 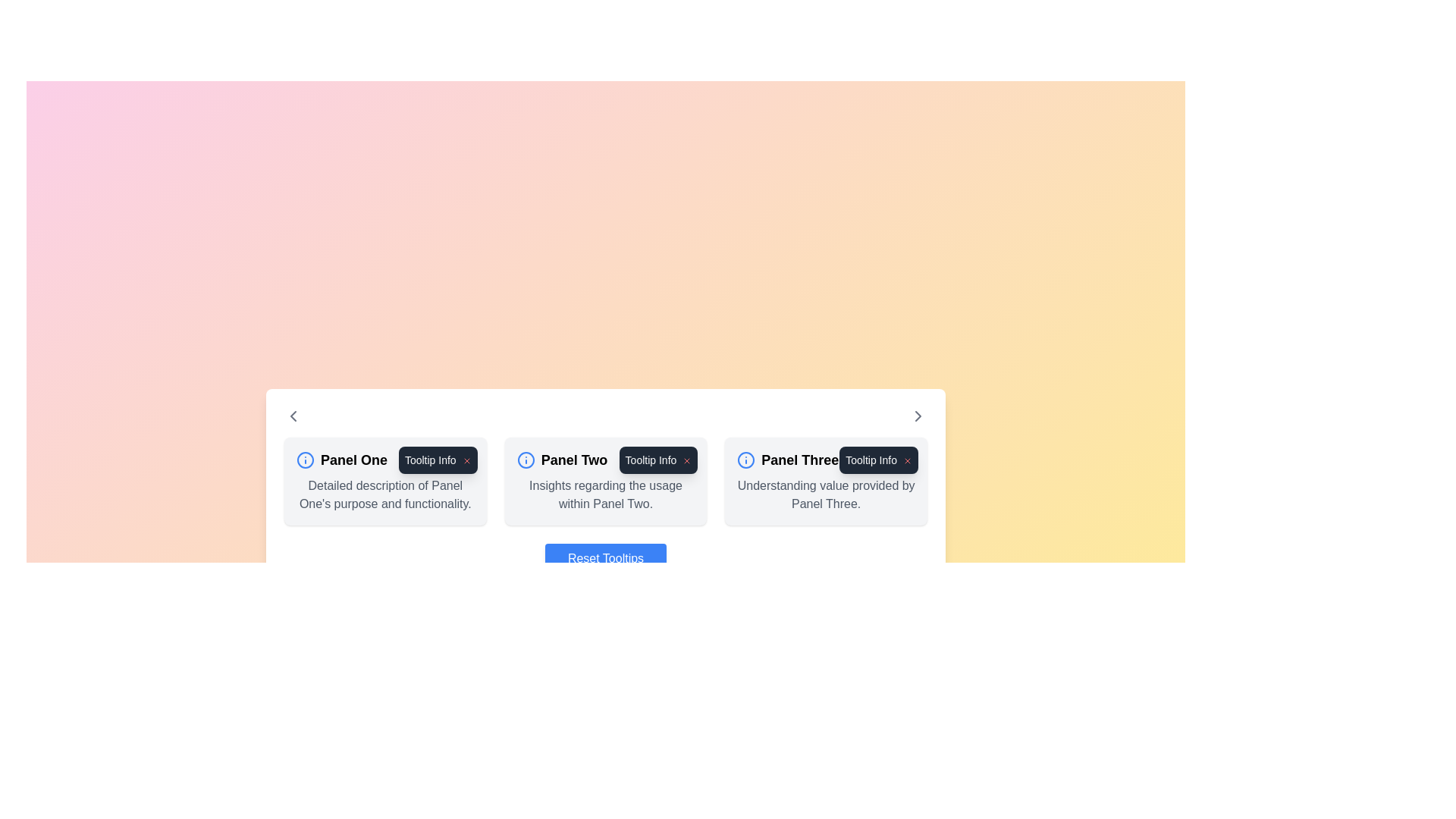 I want to click on the close button for the tooltip associated with 'Panel Three' to hide the tooltip information, so click(x=907, y=460).